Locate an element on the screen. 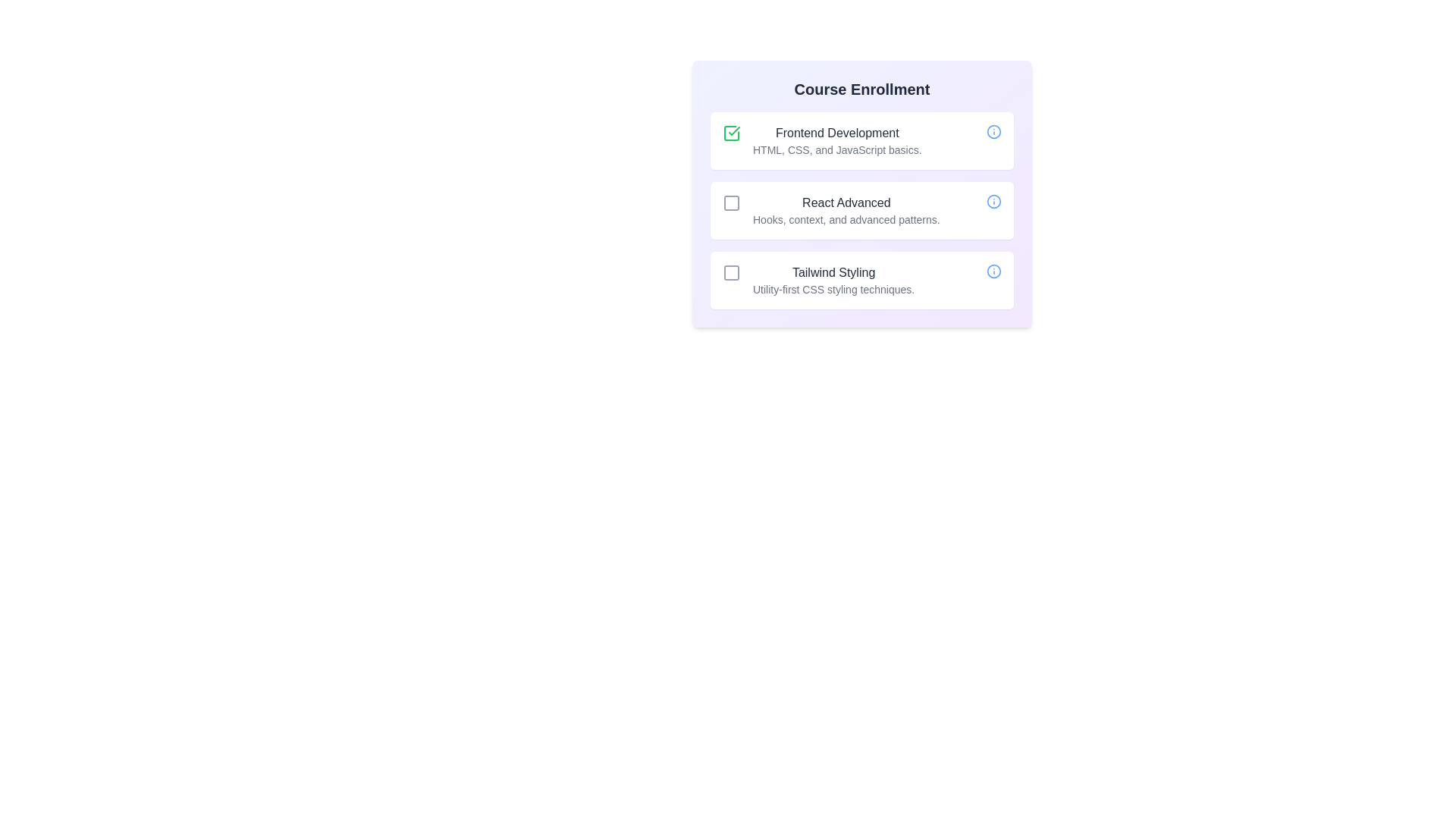 The width and height of the screenshot is (1456, 819). the checkbox with icon indicator is located at coordinates (731, 133).